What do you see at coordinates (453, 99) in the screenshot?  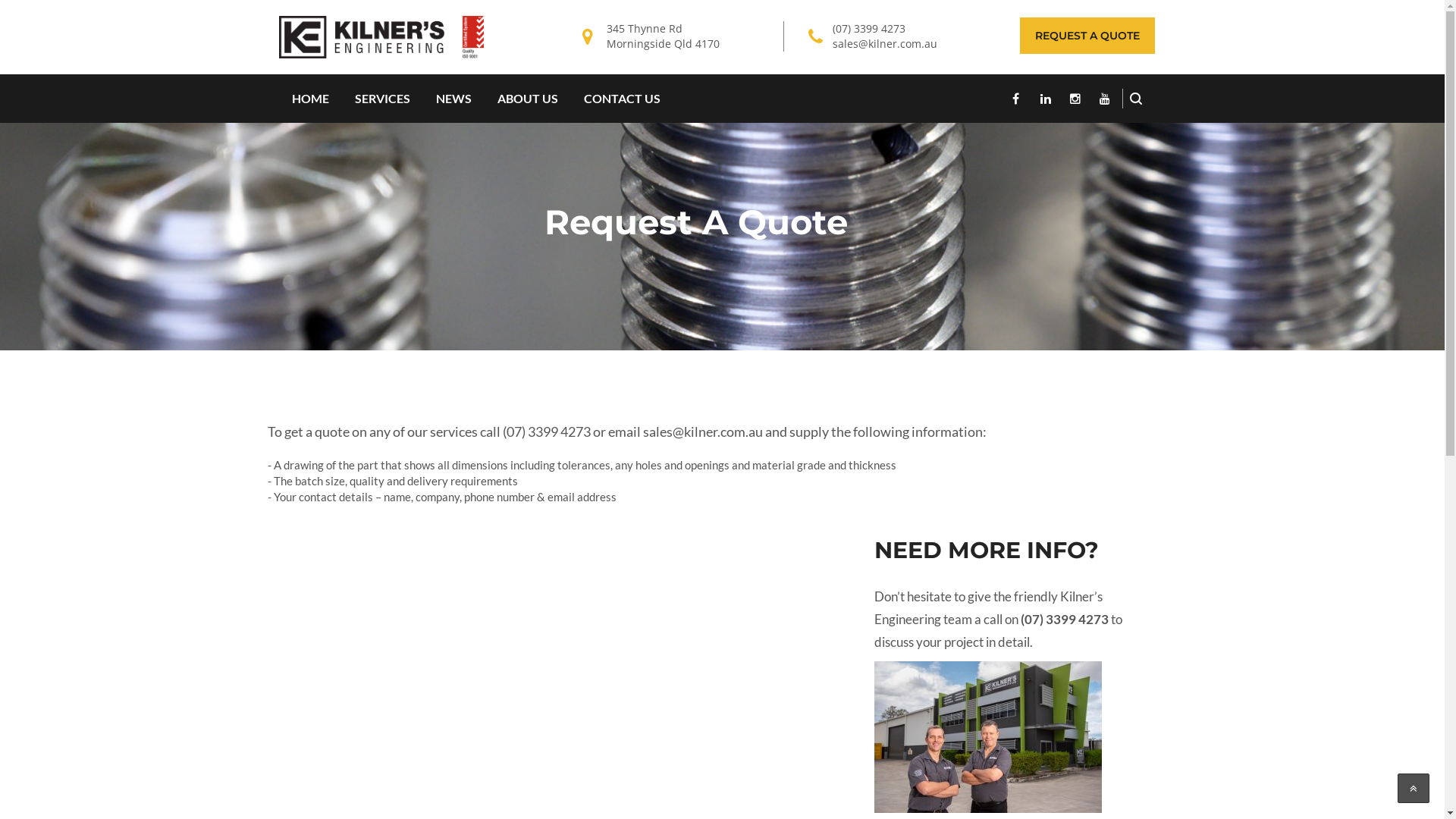 I see `'NEWS'` at bounding box center [453, 99].